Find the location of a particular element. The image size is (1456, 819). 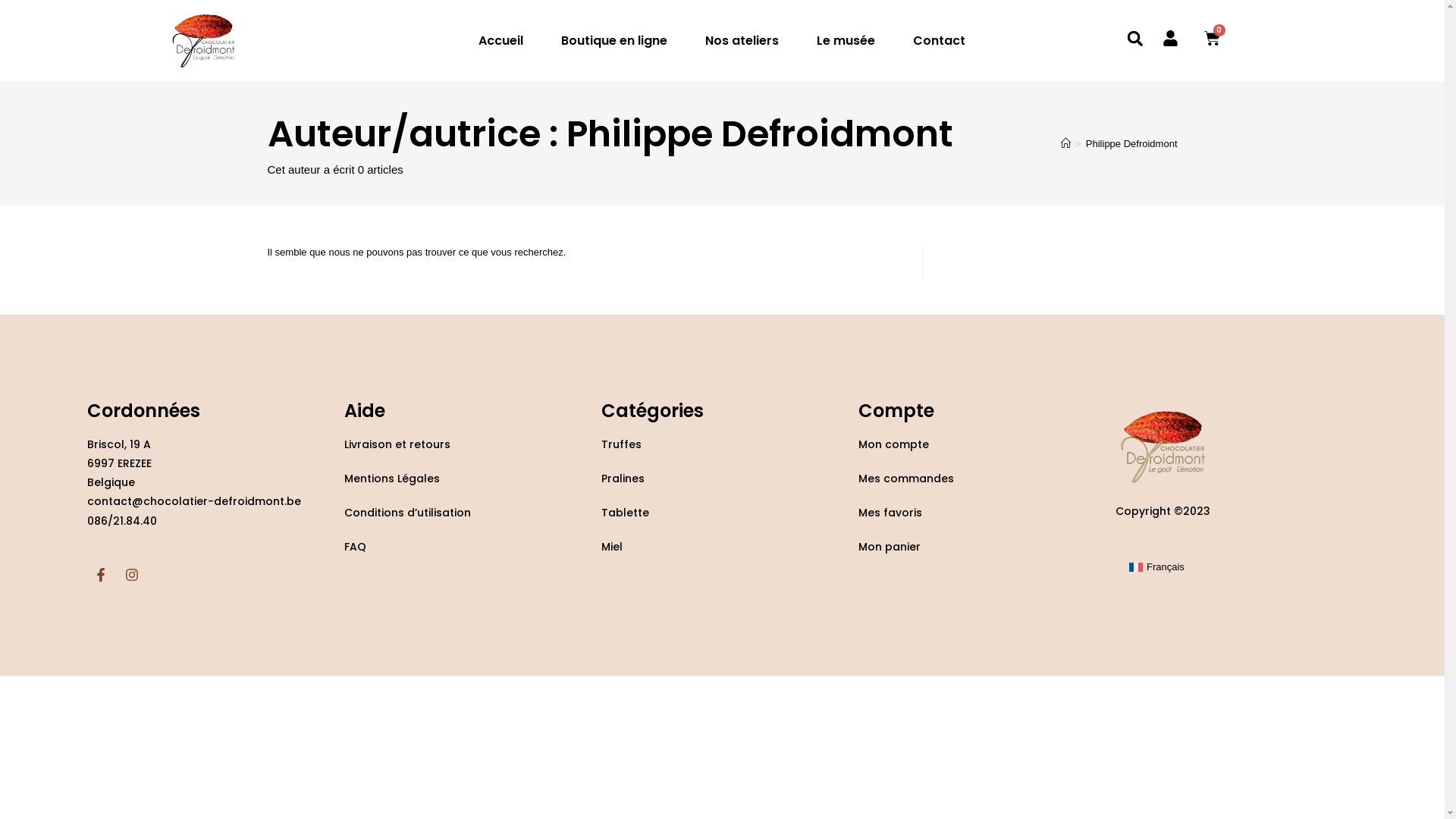

'0' is located at coordinates (1211, 37).